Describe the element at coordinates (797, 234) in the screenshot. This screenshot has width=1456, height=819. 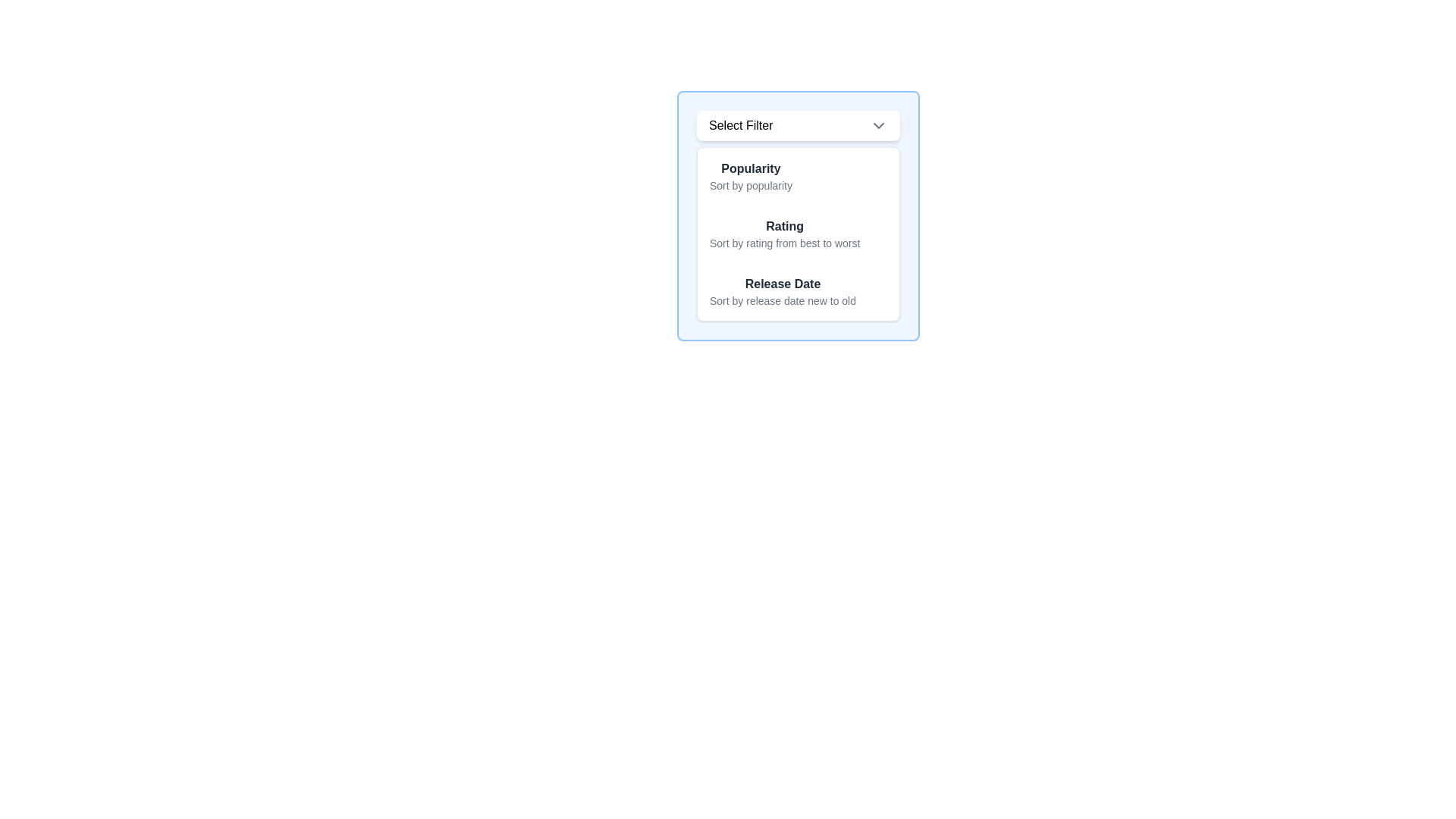
I see `to select the 'Rating' sorting option in the dropdown menu, which is the second option among three, with a bold title and explanatory text` at that location.